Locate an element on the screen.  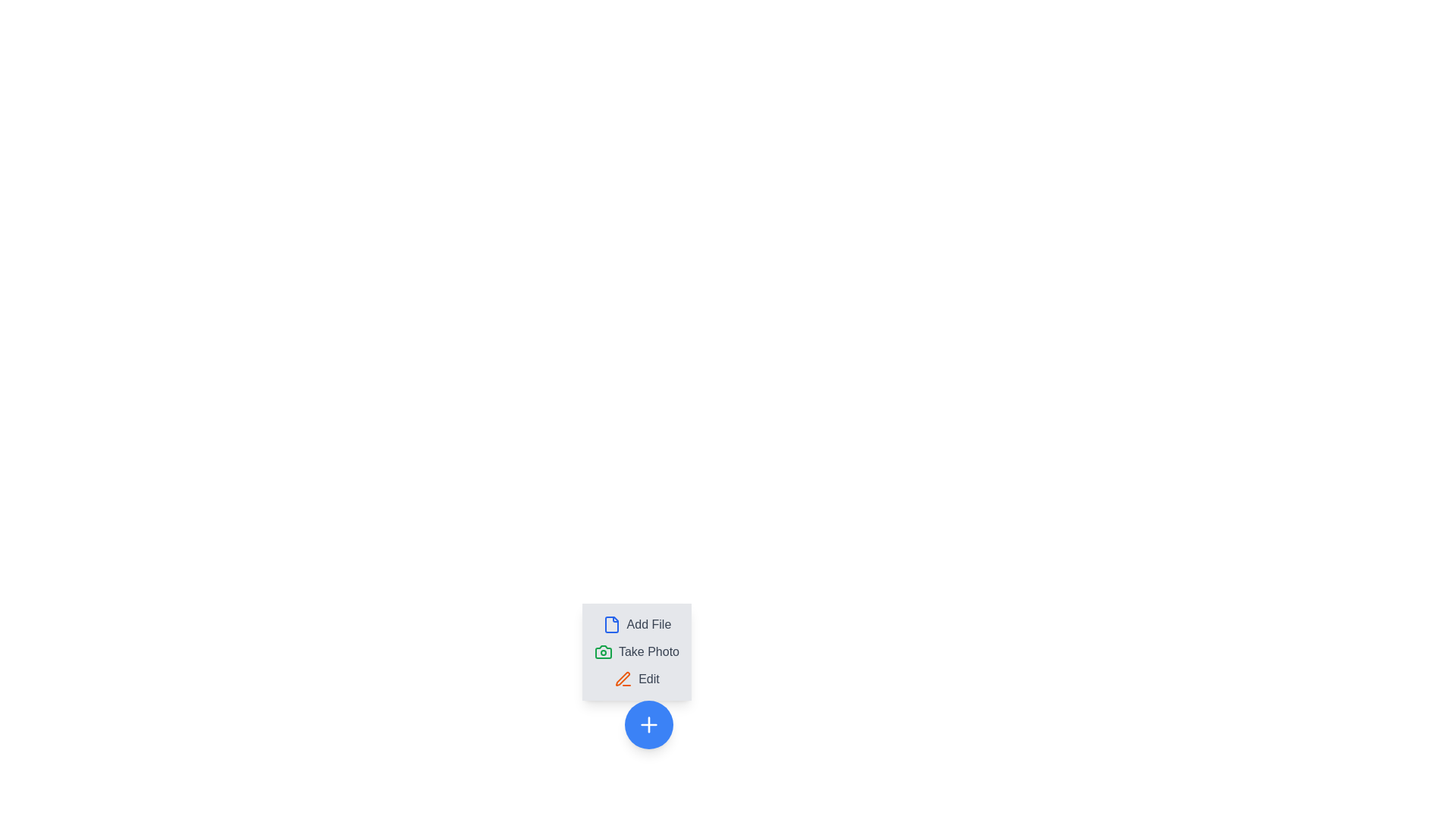
the text label displaying 'Add File' styled in gray font, which is positioned to the right of a blue file icon is located at coordinates (648, 625).